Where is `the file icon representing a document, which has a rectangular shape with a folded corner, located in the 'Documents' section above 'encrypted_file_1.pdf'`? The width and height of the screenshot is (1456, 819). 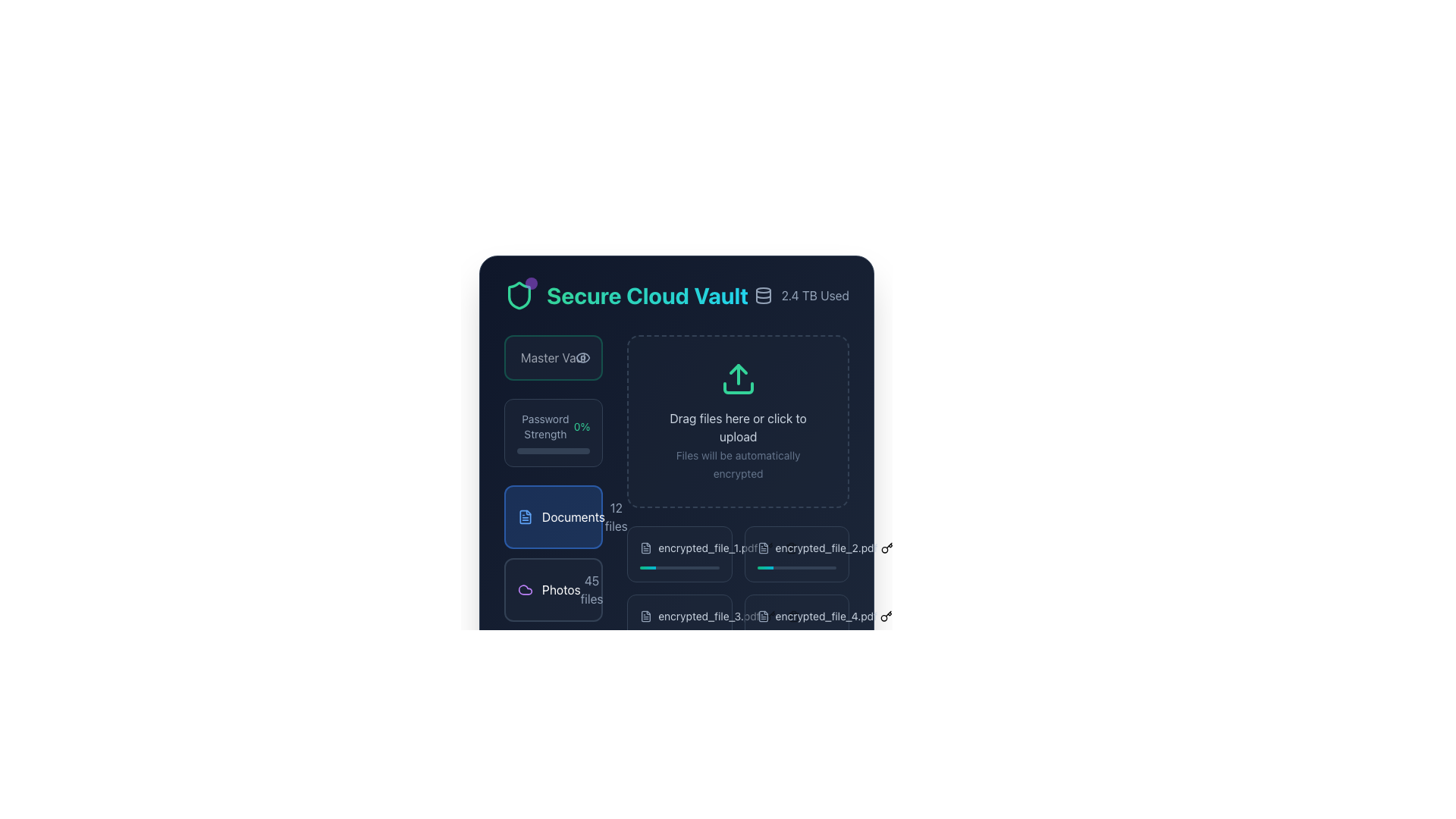 the file icon representing a document, which has a rectangular shape with a folded corner, located in the 'Documents' section above 'encrypted_file_1.pdf' is located at coordinates (646, 548).